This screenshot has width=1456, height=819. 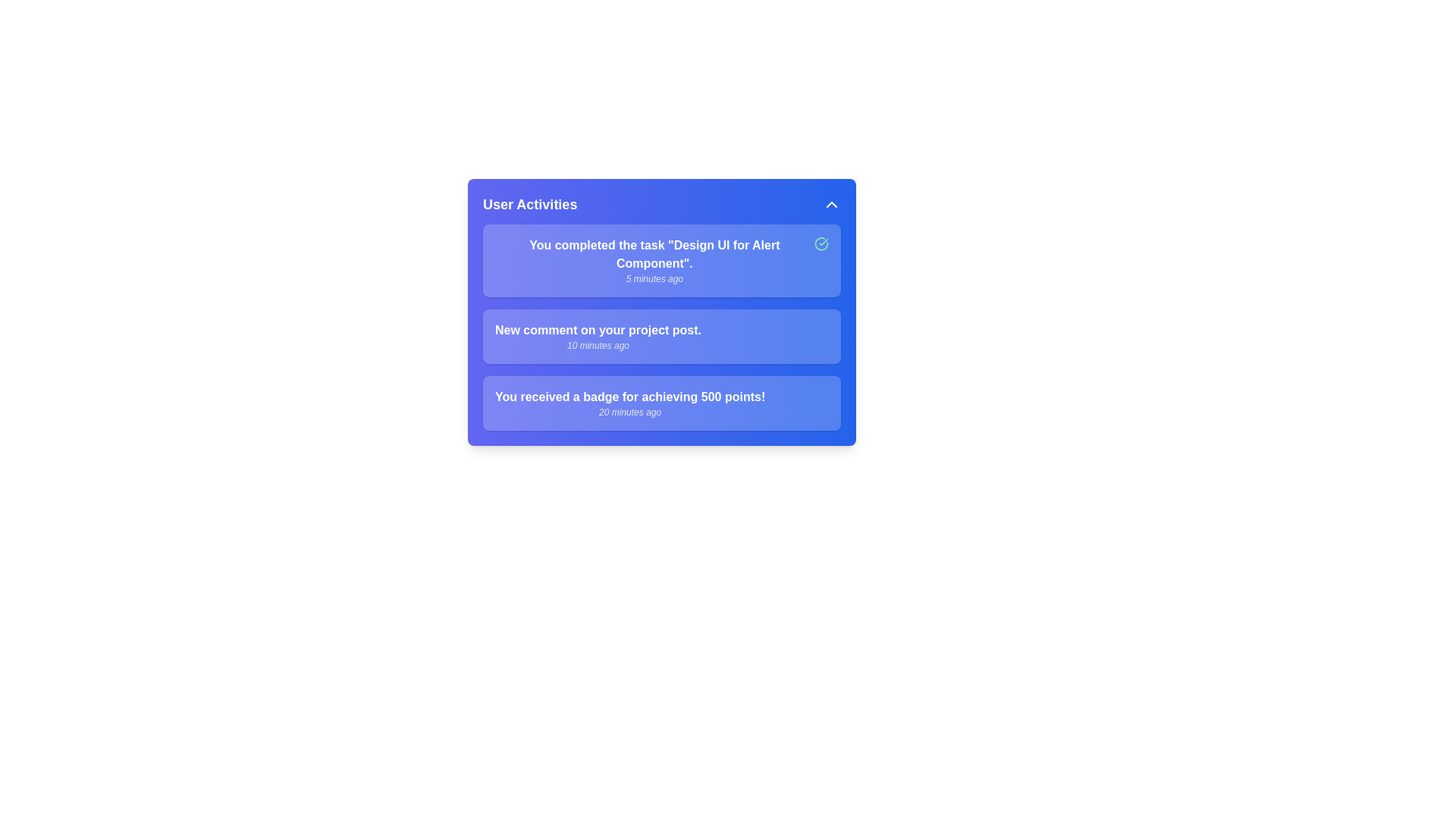 What do you see at coordinates (597, 345) in the screenshot?
I see `the text label displaying '10 minutes ago', which is styled in light gray and italicized, located under the notification 'New comment on your project post.'` at bounding box center [597, 345].